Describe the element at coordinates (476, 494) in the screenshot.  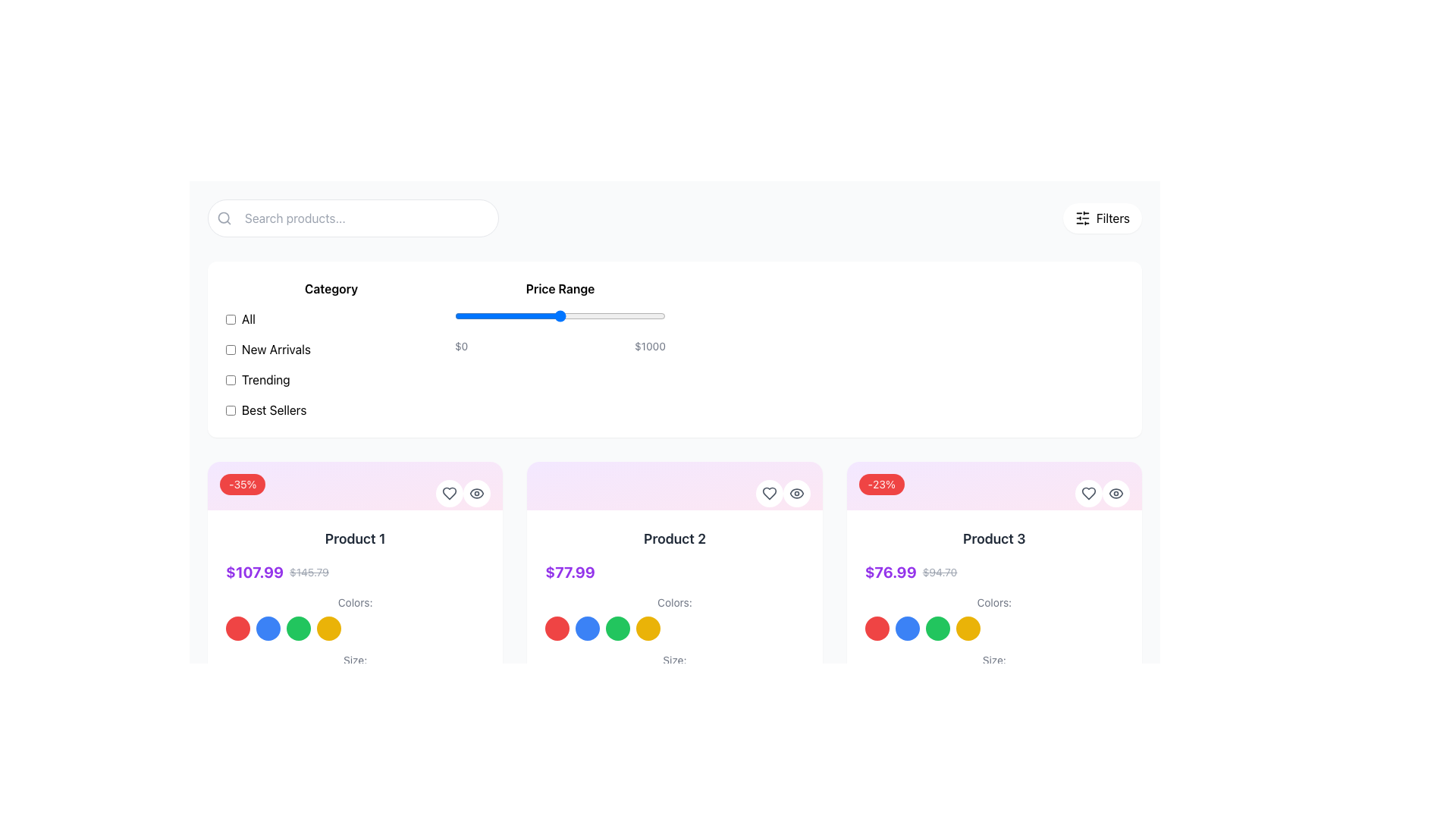
I see `the eye-shaped icon located in the top-right corner of the card for Product 2, which is styled with a minimalistic design and has a circular button with a light background` at that location.